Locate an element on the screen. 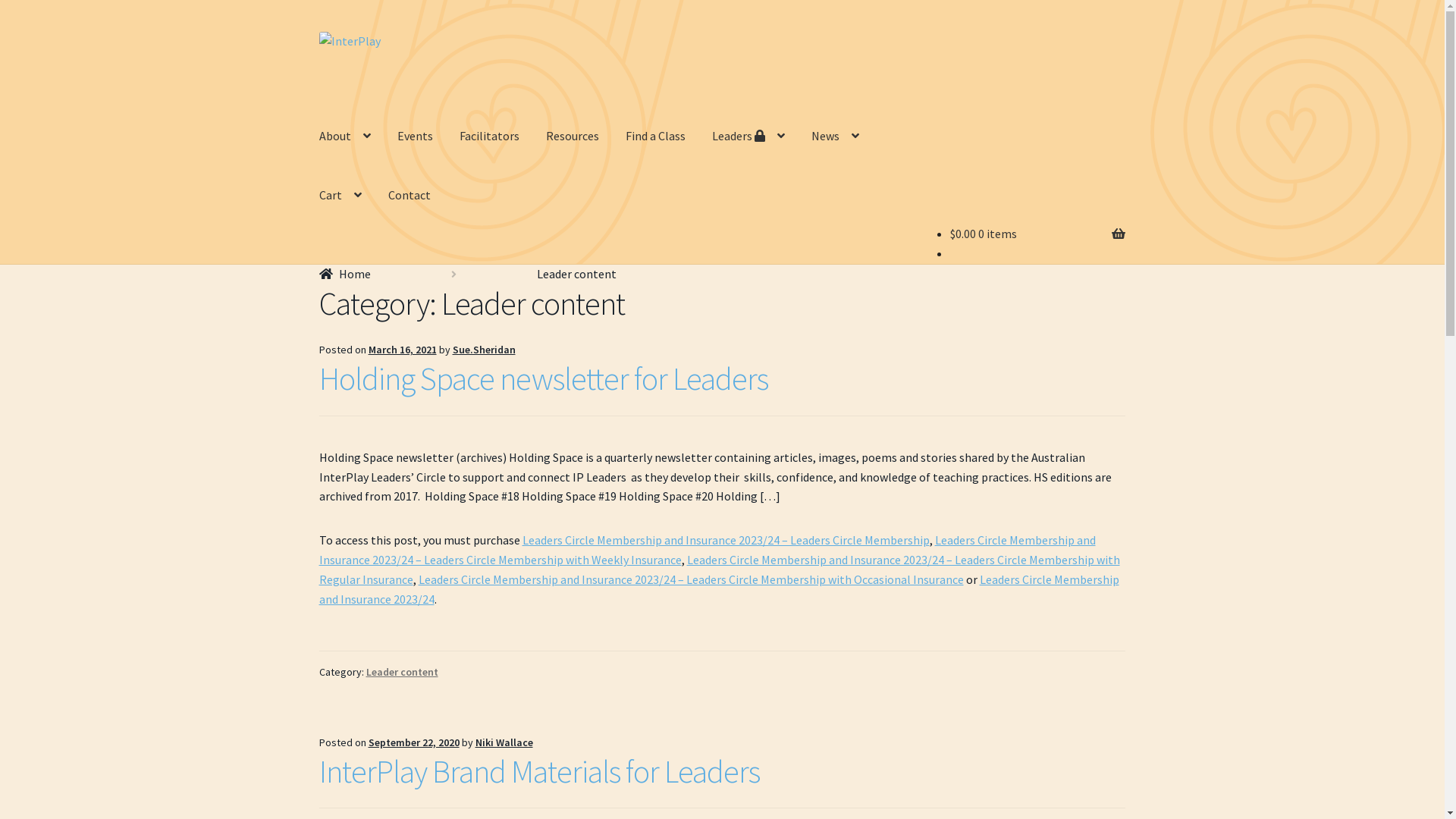  'Home' is located at coordinates (344, 274).